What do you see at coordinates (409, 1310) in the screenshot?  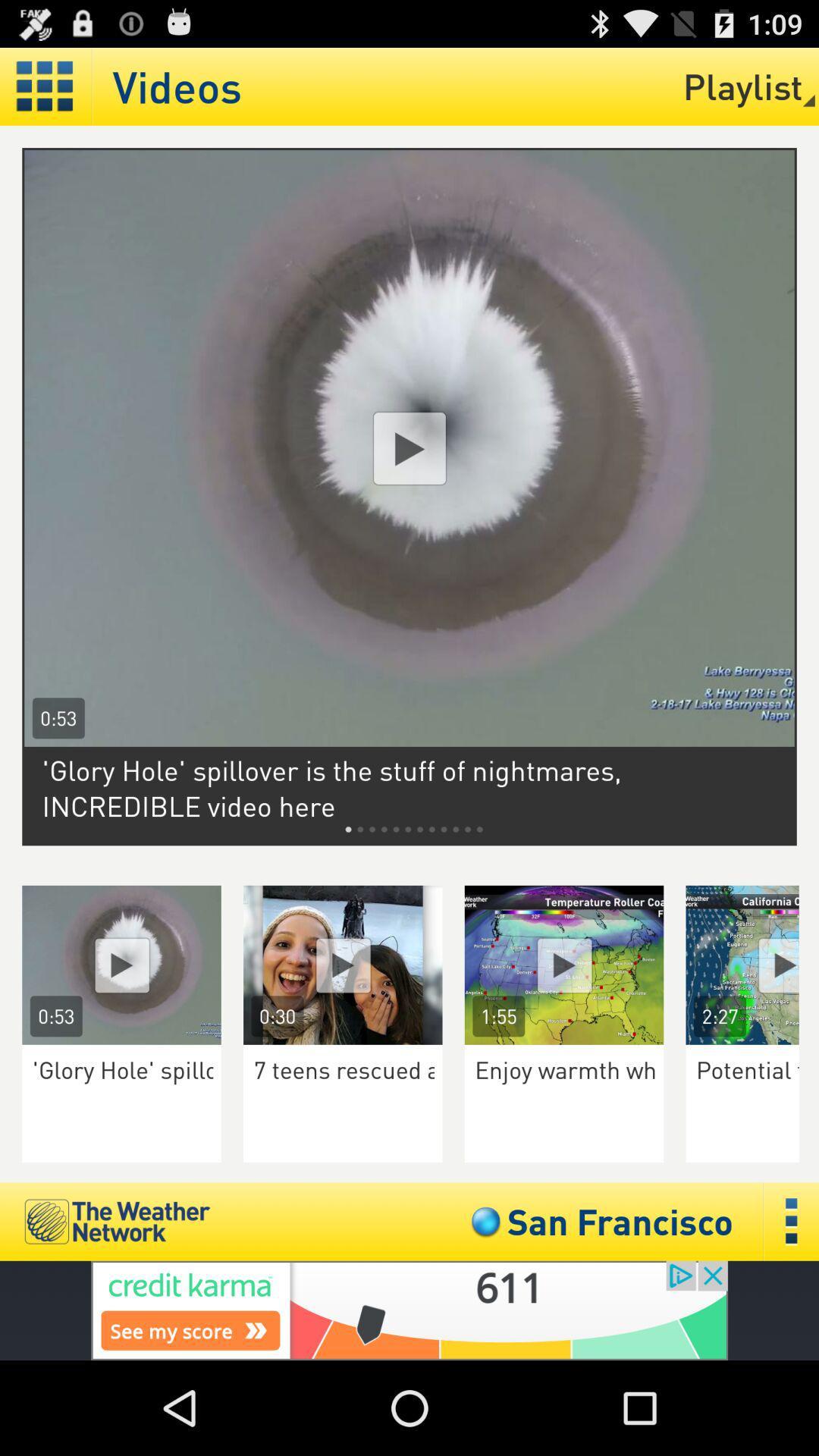 I see `advertisement click` at bounding box center [409, 1310].